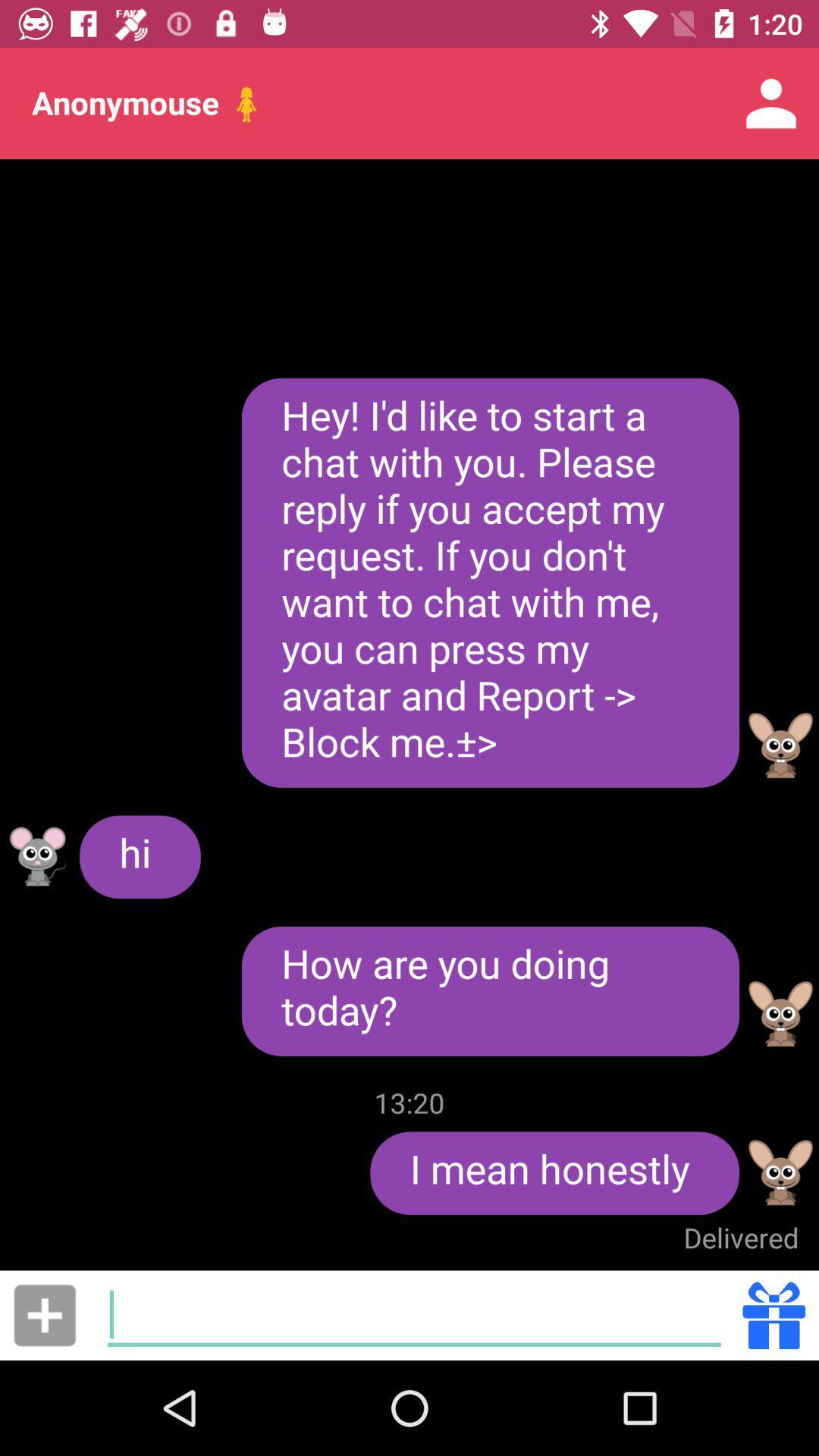  Describe the element at coordinates (554, 1172) in the screenshot. I see `icon above delivered item` at that location.